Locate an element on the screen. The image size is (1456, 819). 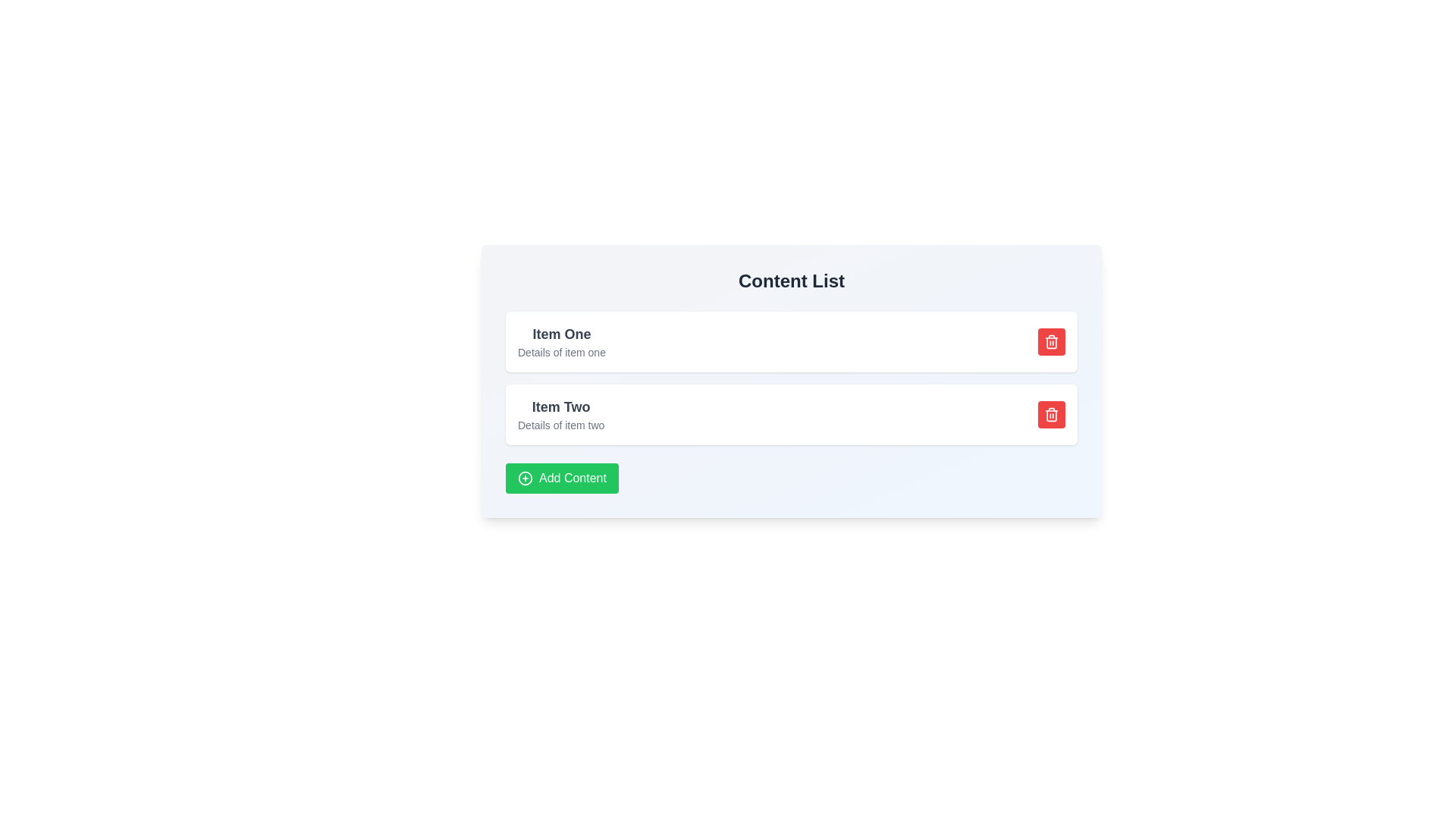
the text label displaying 'Details of item two', which is located under the title 'Item Two' and is styled in gray is located at coordinates (560, 425).